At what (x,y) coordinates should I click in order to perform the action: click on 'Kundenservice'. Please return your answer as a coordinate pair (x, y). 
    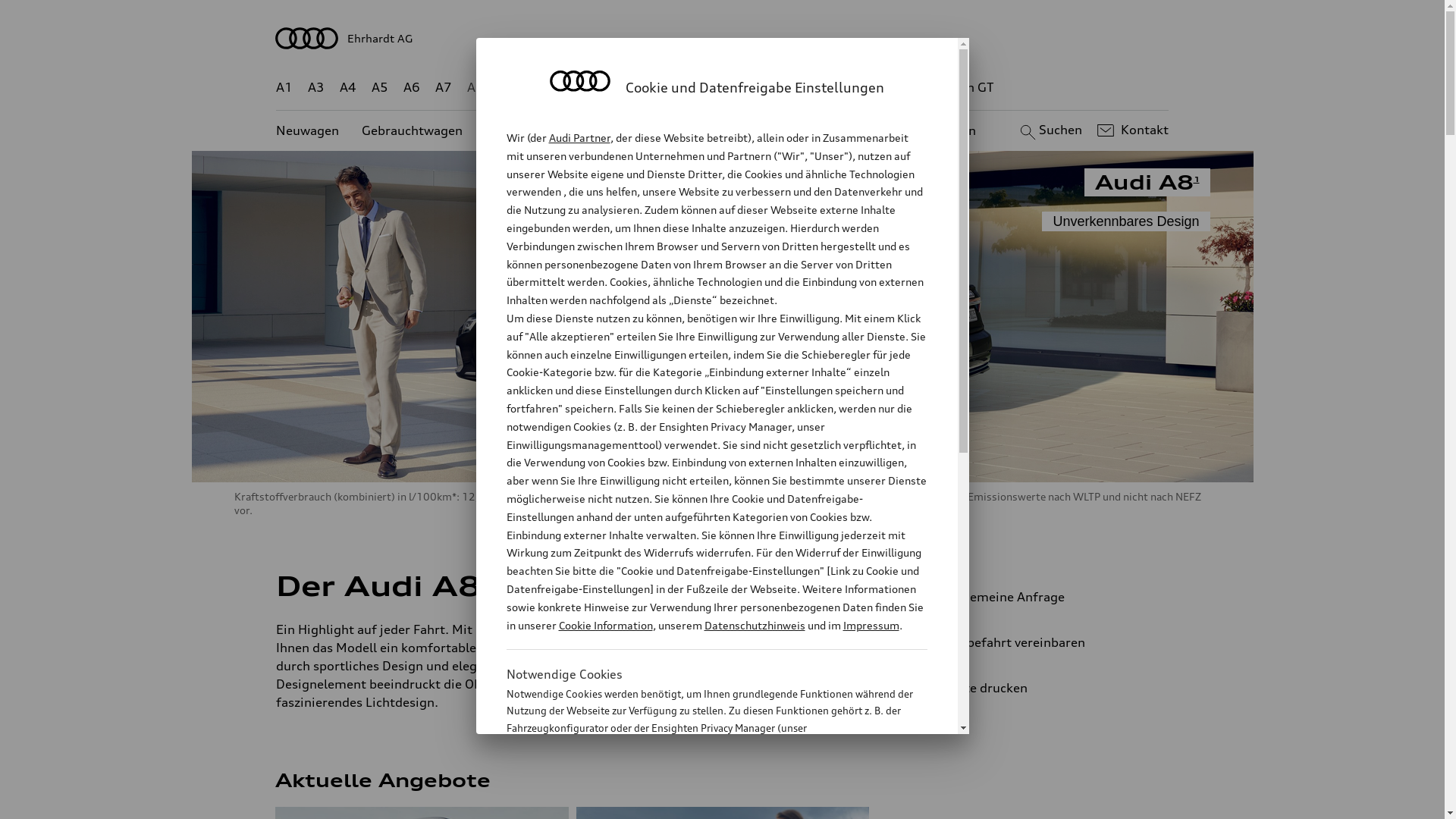
    Looking at the image, I should click on (687, 130).